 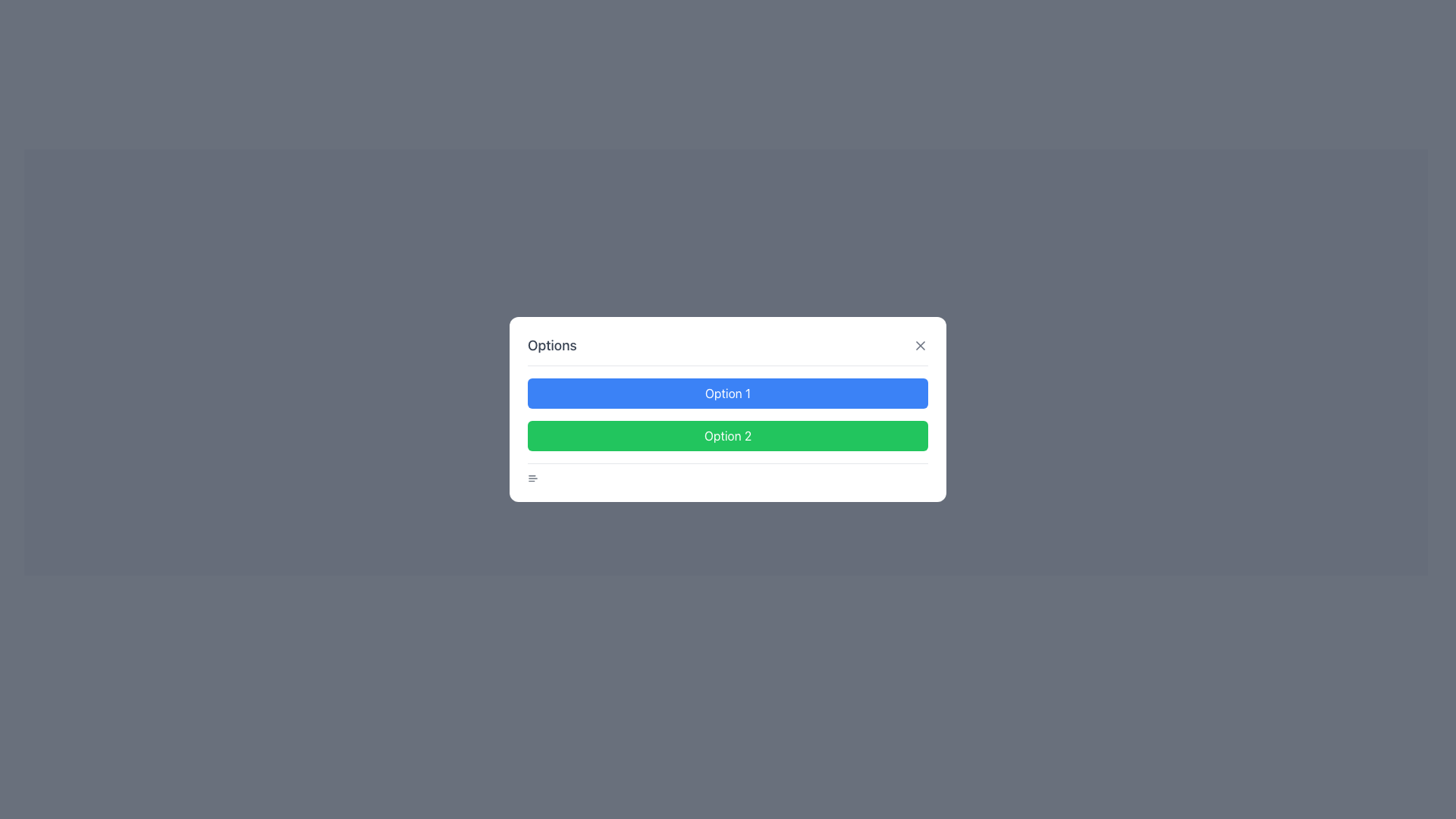 What do you see at coordinates (920, 345) in the screenshot?
I see `the close button icon located in the top-right corner of the white panel` at bounding box center [920, 345].